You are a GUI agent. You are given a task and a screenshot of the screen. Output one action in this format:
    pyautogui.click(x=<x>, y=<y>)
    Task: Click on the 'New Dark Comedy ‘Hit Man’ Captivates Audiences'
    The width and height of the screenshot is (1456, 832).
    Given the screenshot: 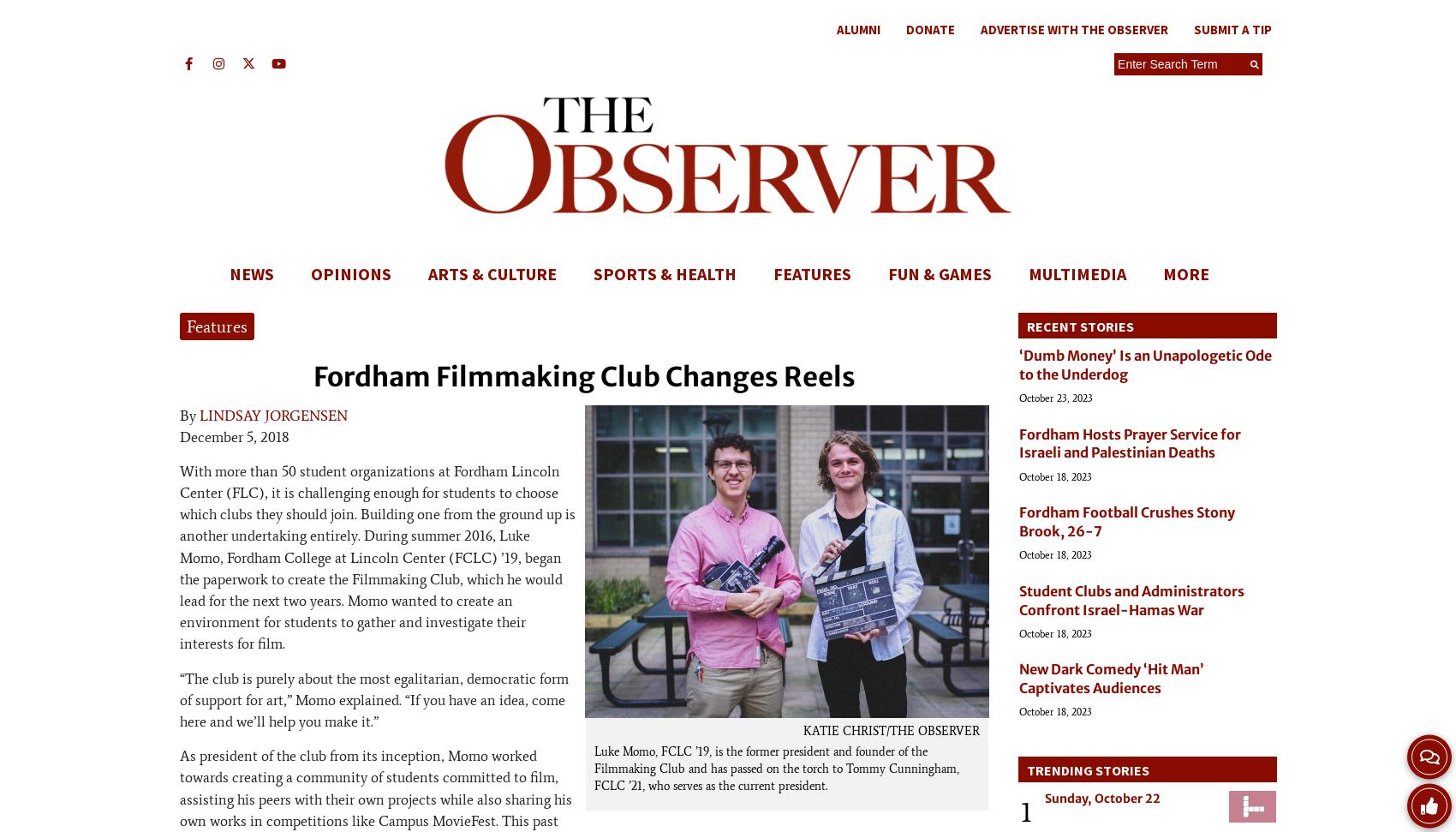 What is the action you would take?
    pyautogui.click(x=1018, y=679)
    